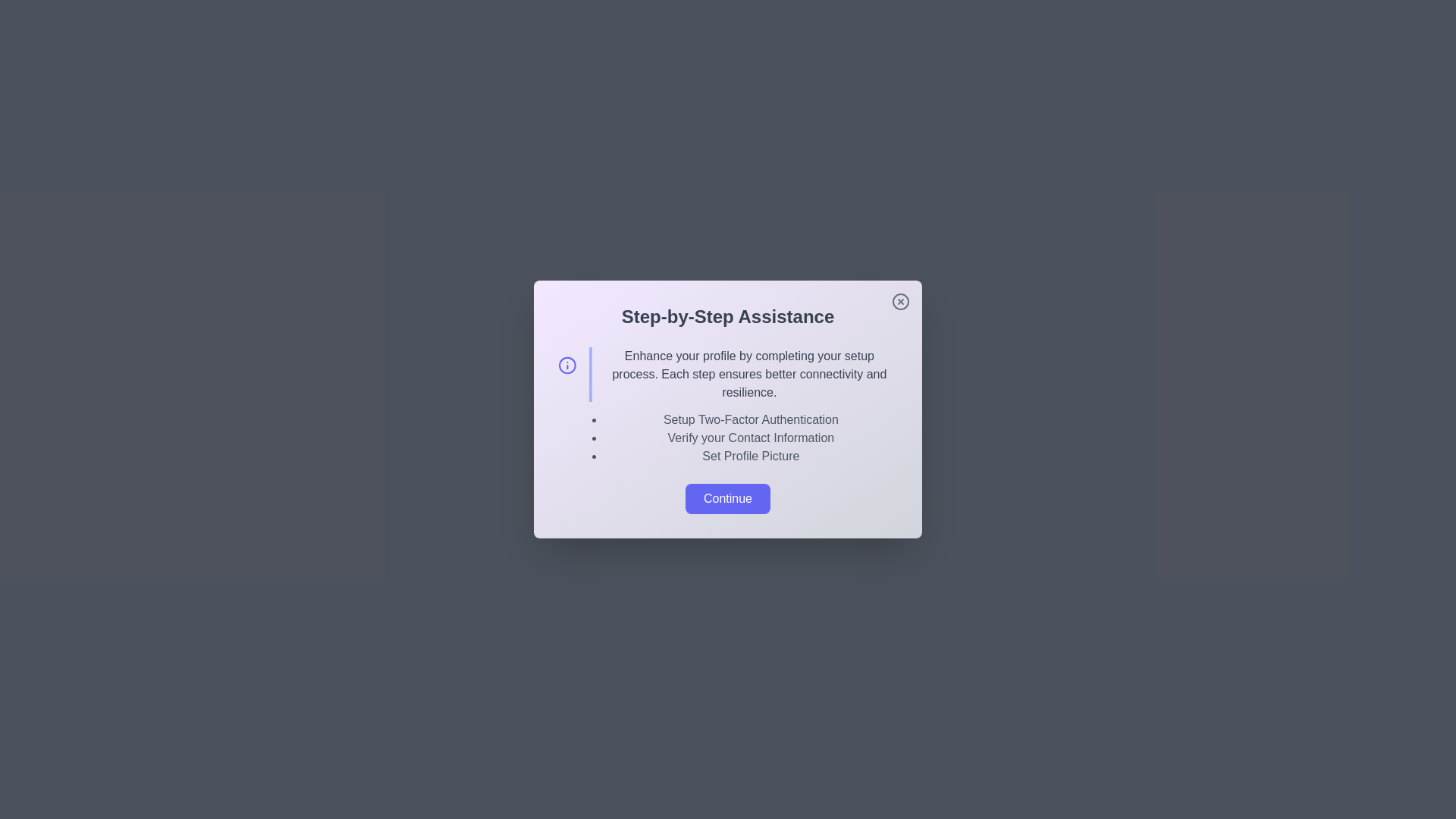 The height and width of the screenshot is (819, 1456). What do you see at coordinates (728, 499) in the screenshot?
I see `the 'Continue' button to proceed` at bounding box center [728, 499].